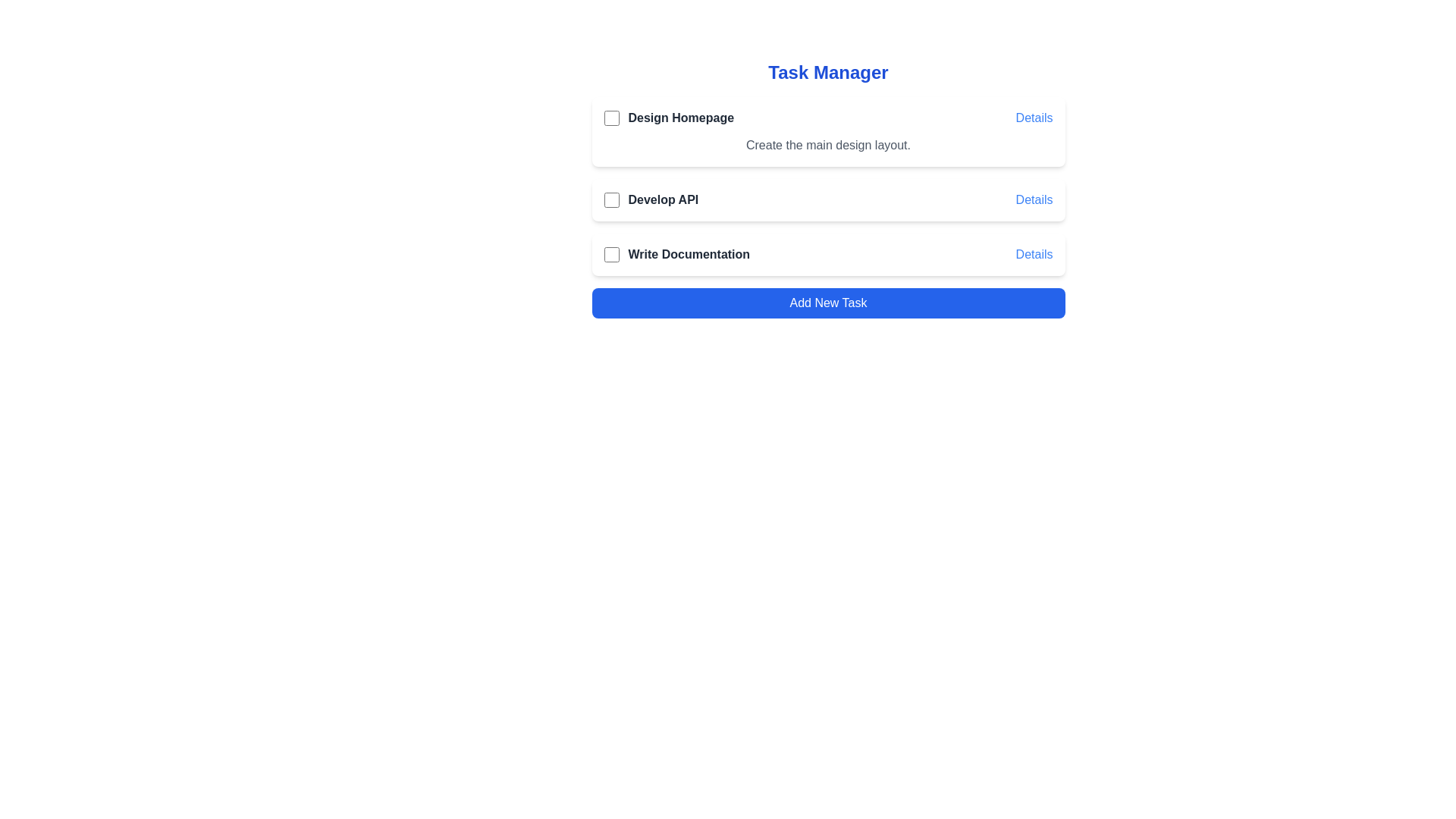 The height and width of the screenshot is (819, 1456). I want to click on the checkbox for the task 'Develop API' to mark it as completed, so click(611, 199).